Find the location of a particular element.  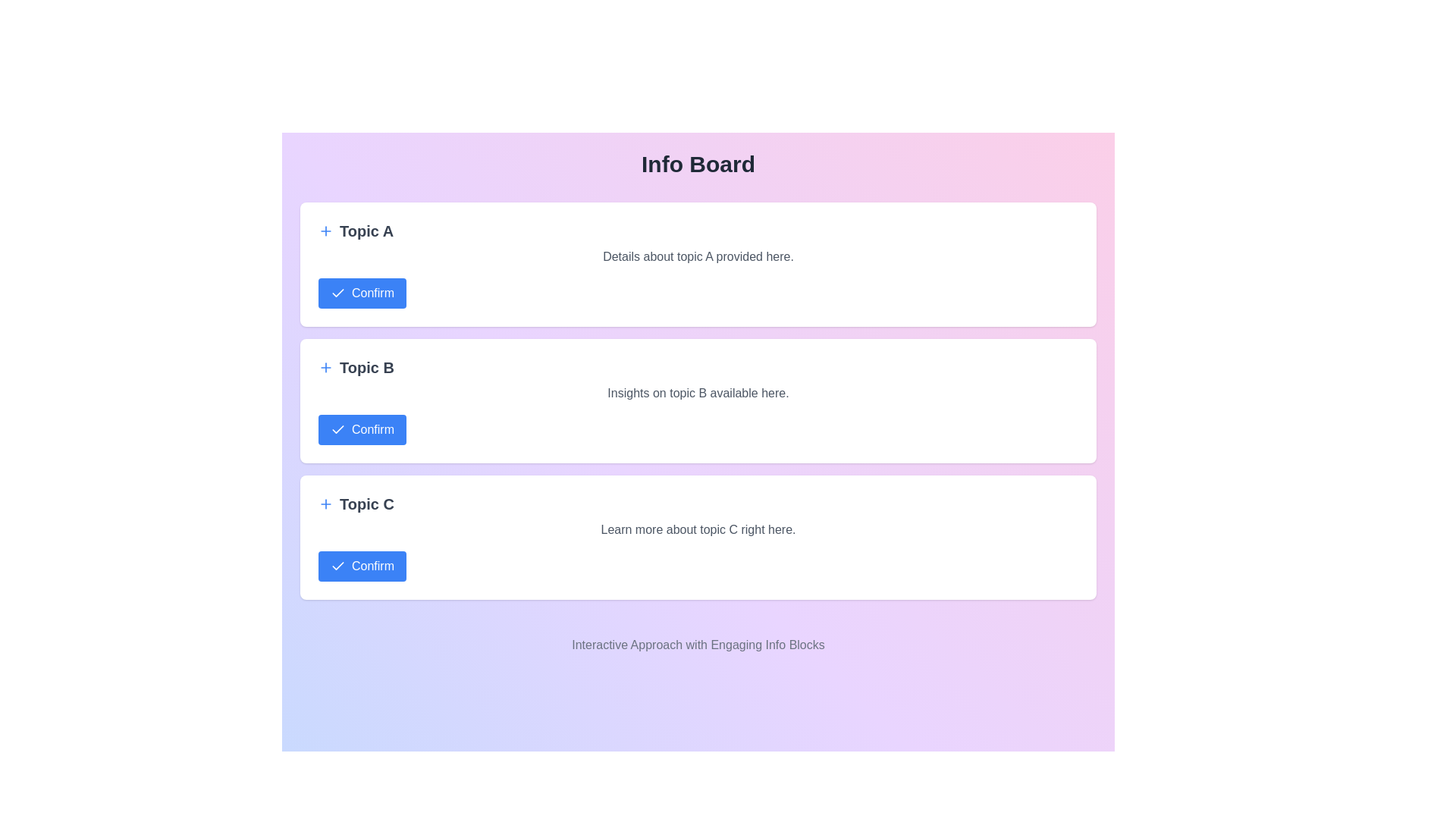

the SVG icon consisting of a checkmark symbol inside a rectangular box, which is part of the 'Confirm' button located below the 'Topic C' section is located at coordinates (337, 565).